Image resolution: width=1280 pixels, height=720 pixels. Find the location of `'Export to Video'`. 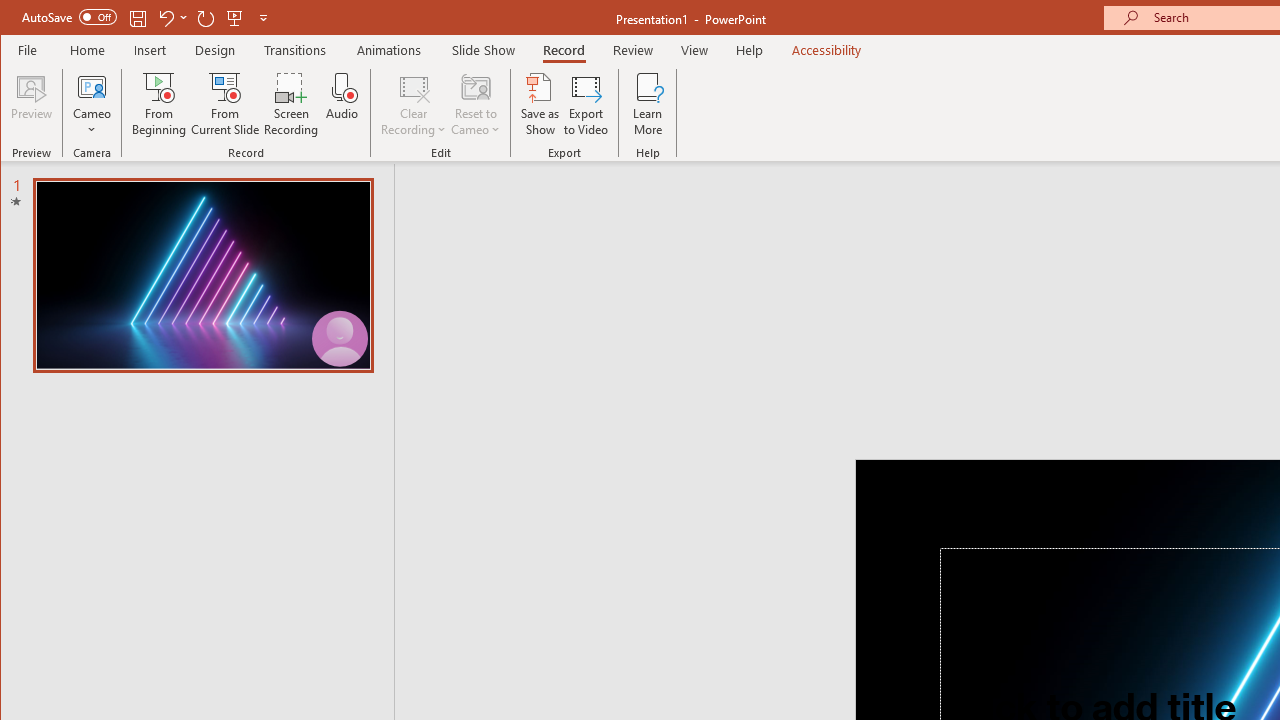

'Export to Video' is located at coordinates (585, 104).